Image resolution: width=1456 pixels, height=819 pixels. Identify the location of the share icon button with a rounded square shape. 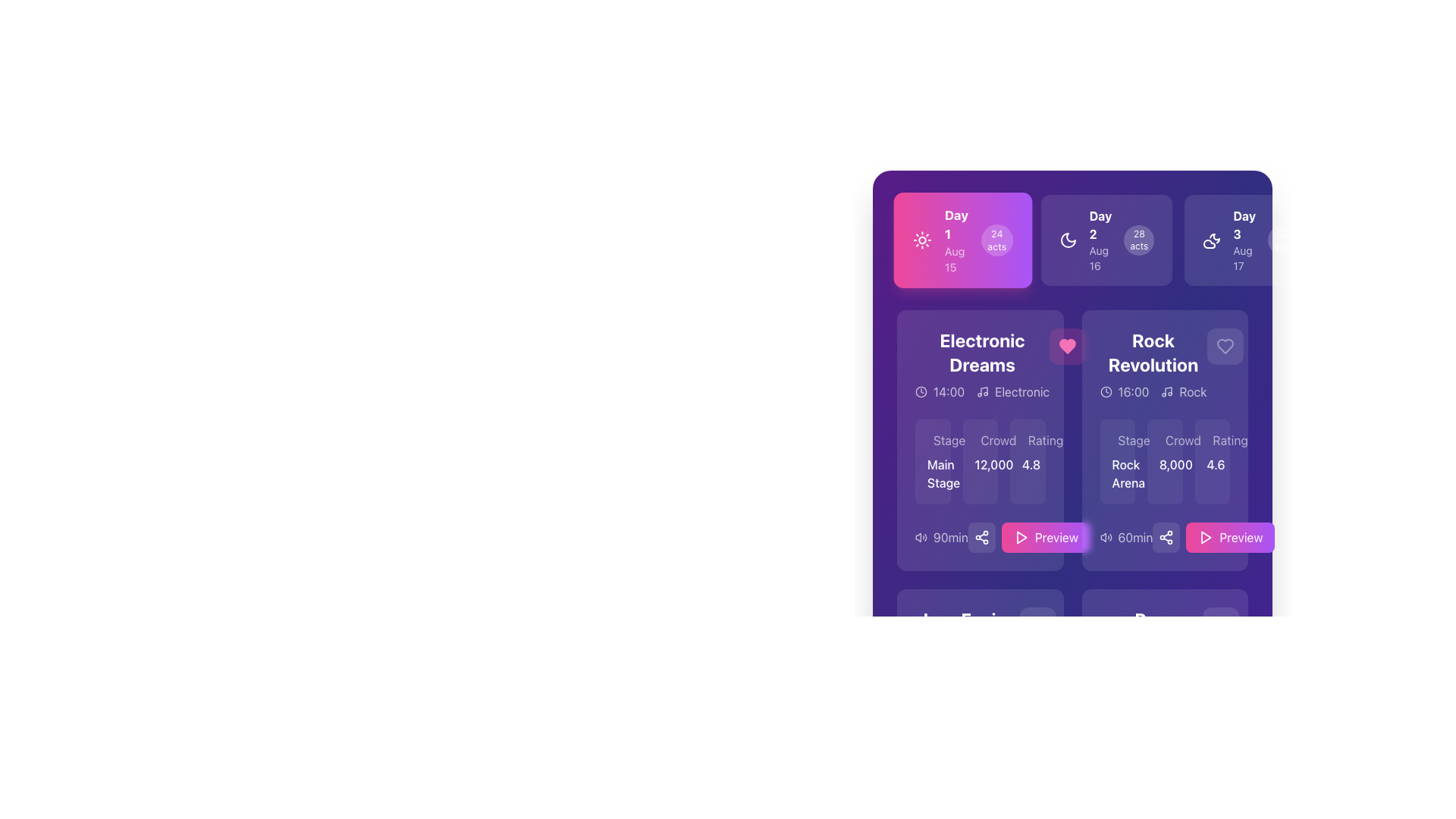
(1166, 537).